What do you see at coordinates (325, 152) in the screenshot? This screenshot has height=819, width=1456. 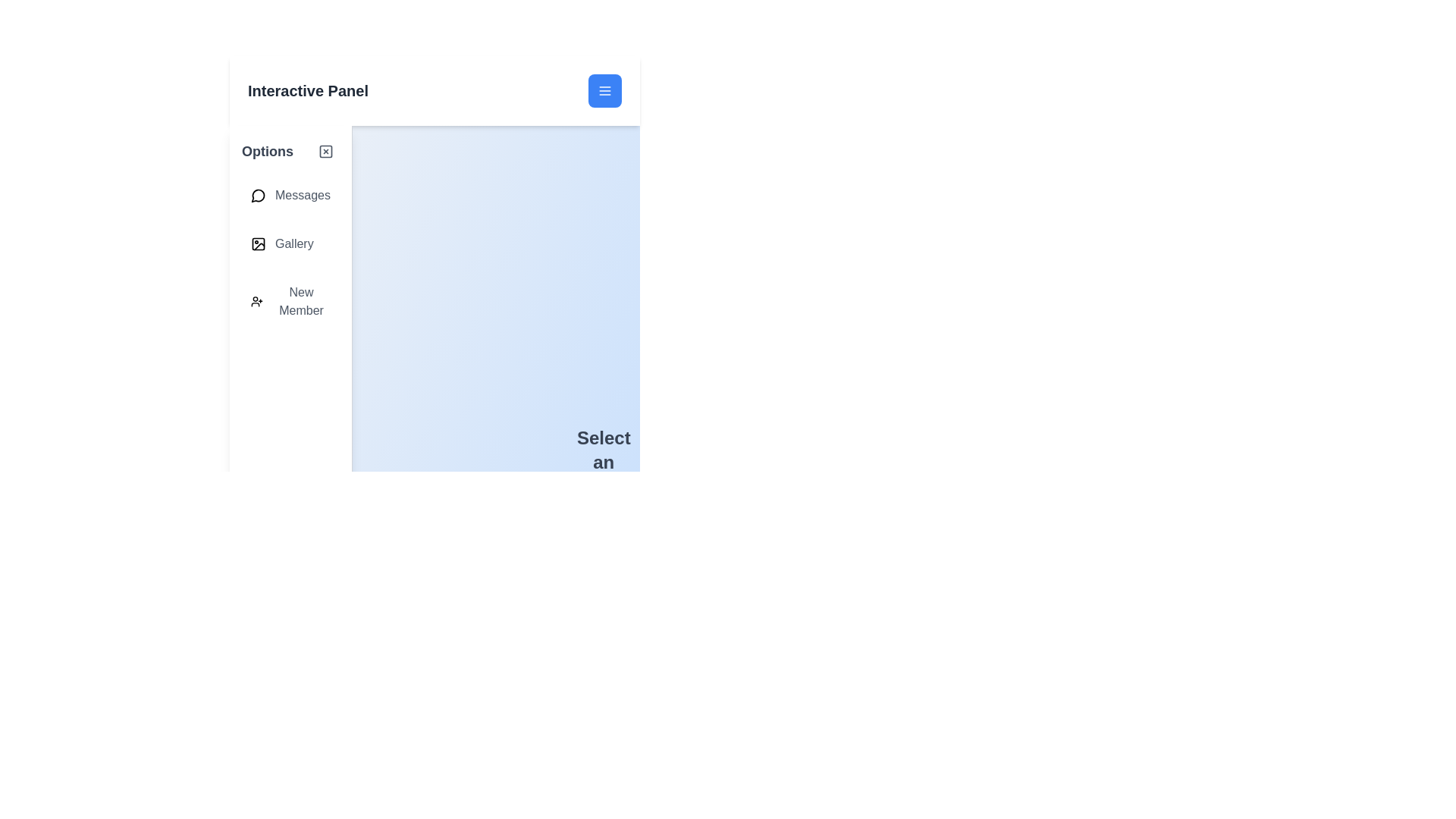 I see `the square icon button with a gray border and a cross inside it located in the left sidebar, next to the 'Options' label` at bounding box center [325, 152].